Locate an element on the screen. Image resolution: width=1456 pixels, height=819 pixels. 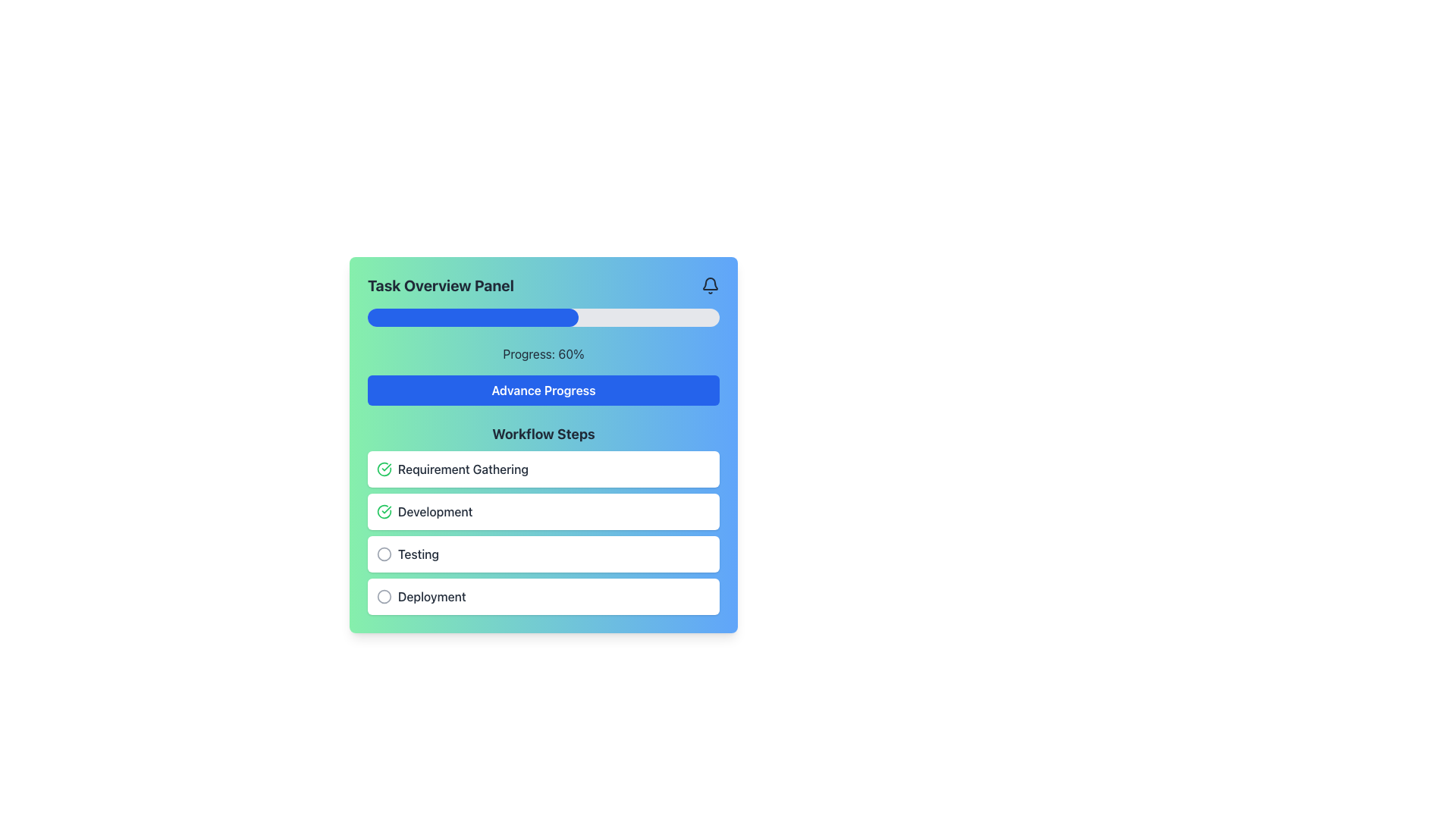
the SVG-based graphical icon representing the 'Deployment' step in the workflow, located in the right section of the 'Workflow Steps' panel is located at coordinates (384, 595).